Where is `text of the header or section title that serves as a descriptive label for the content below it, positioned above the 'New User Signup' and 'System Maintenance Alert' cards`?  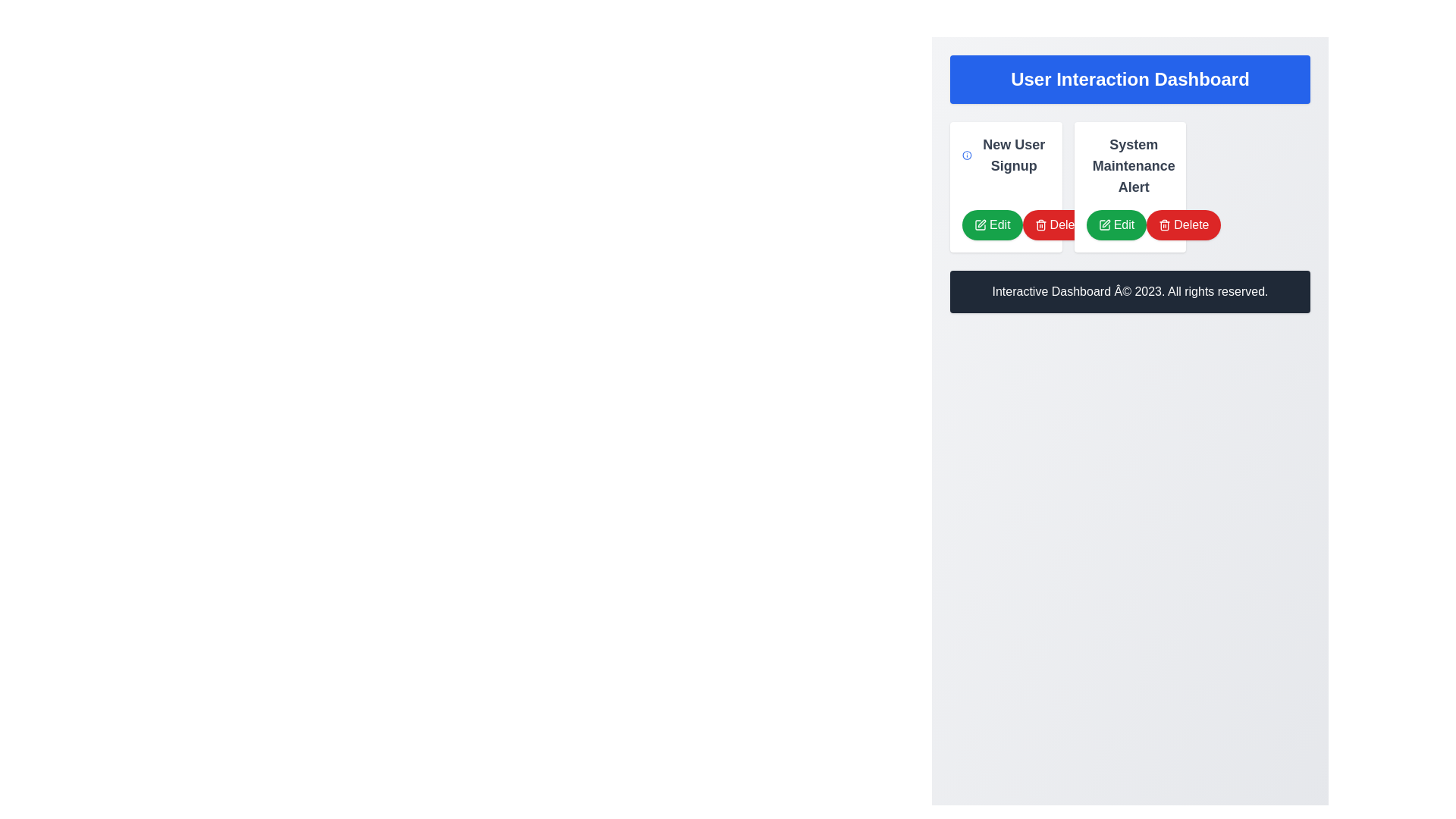
text of the header or section title that serves as a descriptive label for the content below it, positioned above the 'New User Signup' and 'System Maintenance Alert' cards is located at coordinates (1130, 79).